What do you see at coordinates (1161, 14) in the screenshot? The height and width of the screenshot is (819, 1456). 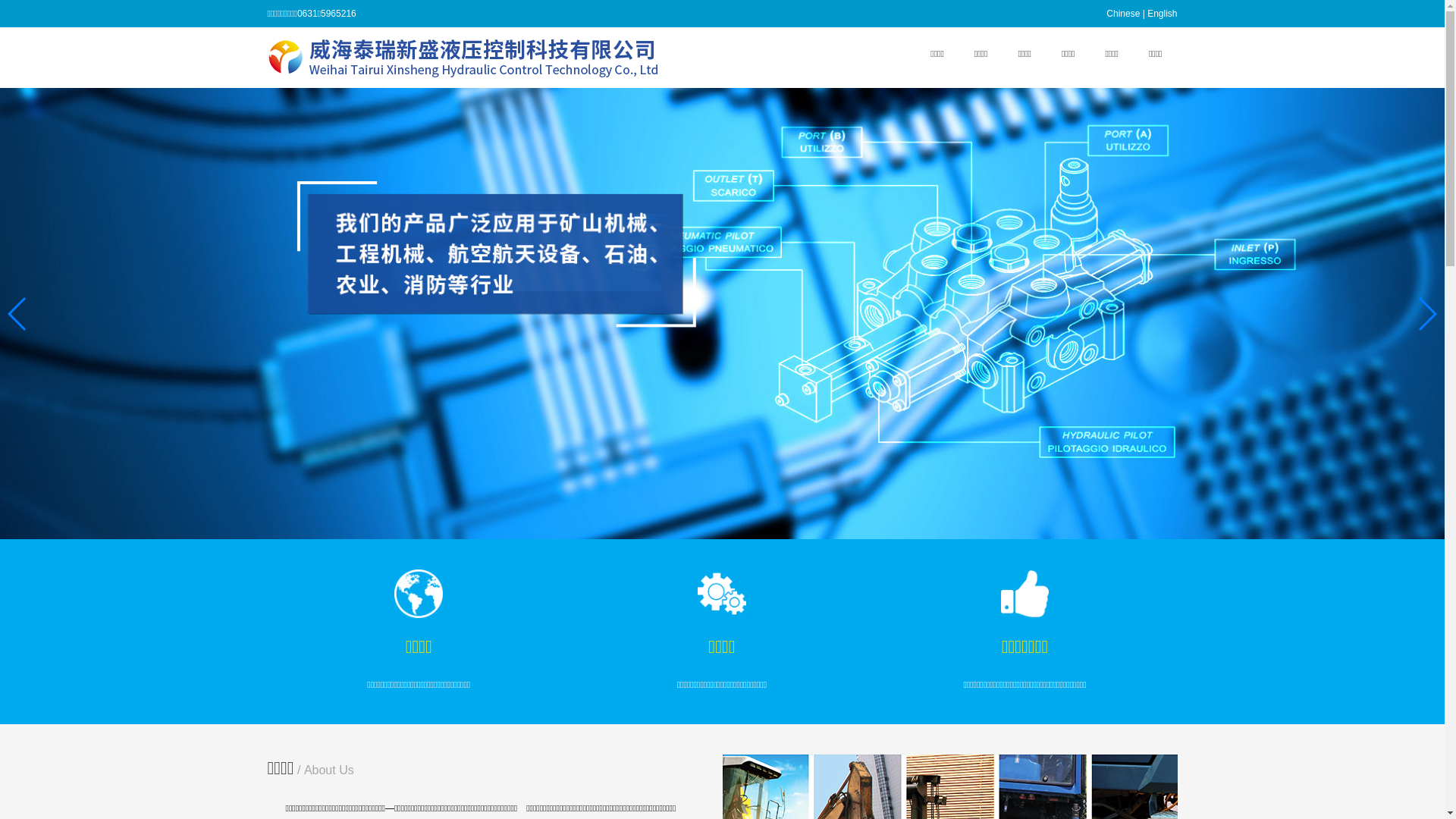 I see `'English'` at bounding box center [1161, 14].